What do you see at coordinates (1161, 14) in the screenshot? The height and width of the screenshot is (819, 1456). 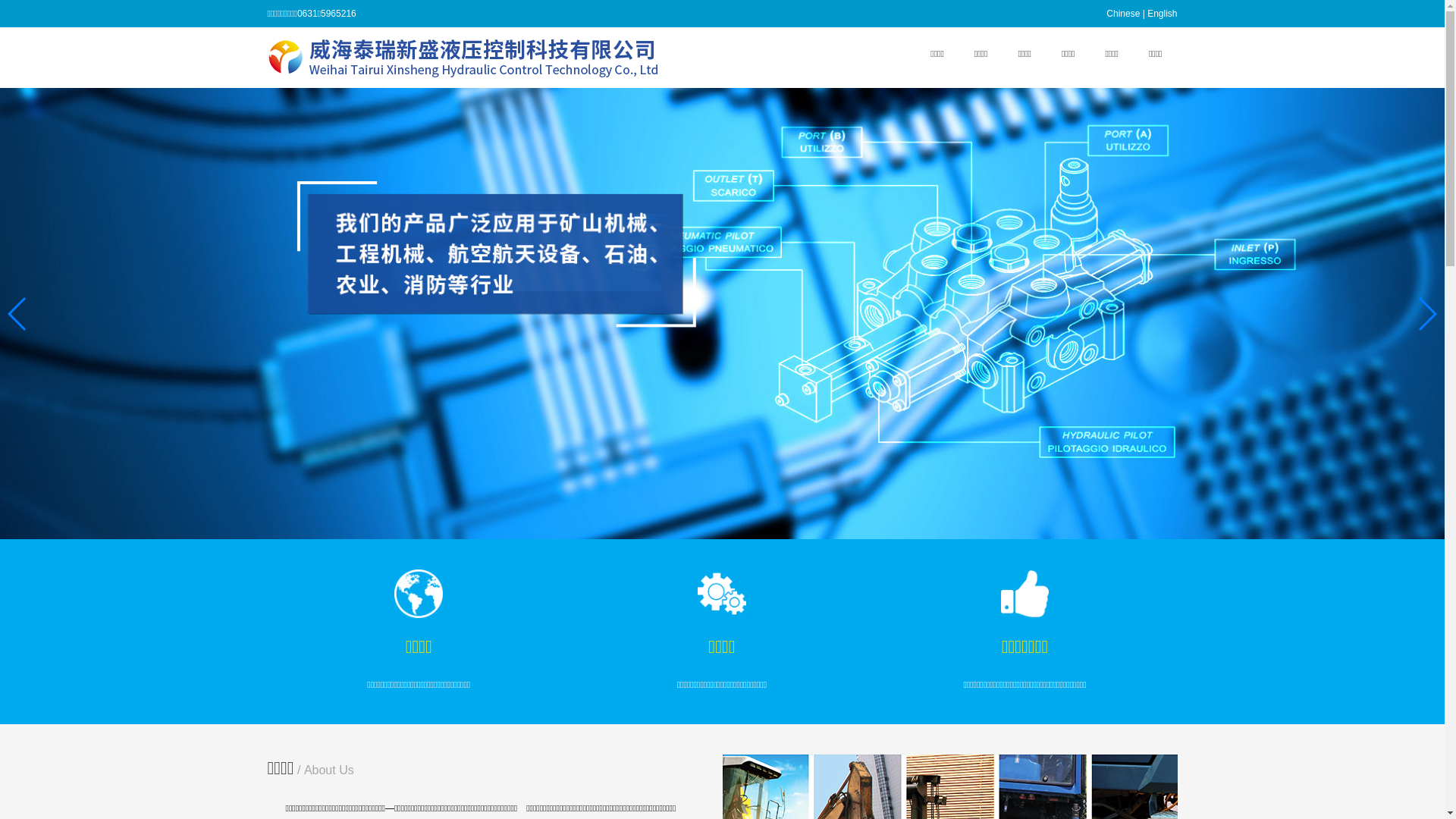 I see `'English'` at bounding box center [1161, 14].